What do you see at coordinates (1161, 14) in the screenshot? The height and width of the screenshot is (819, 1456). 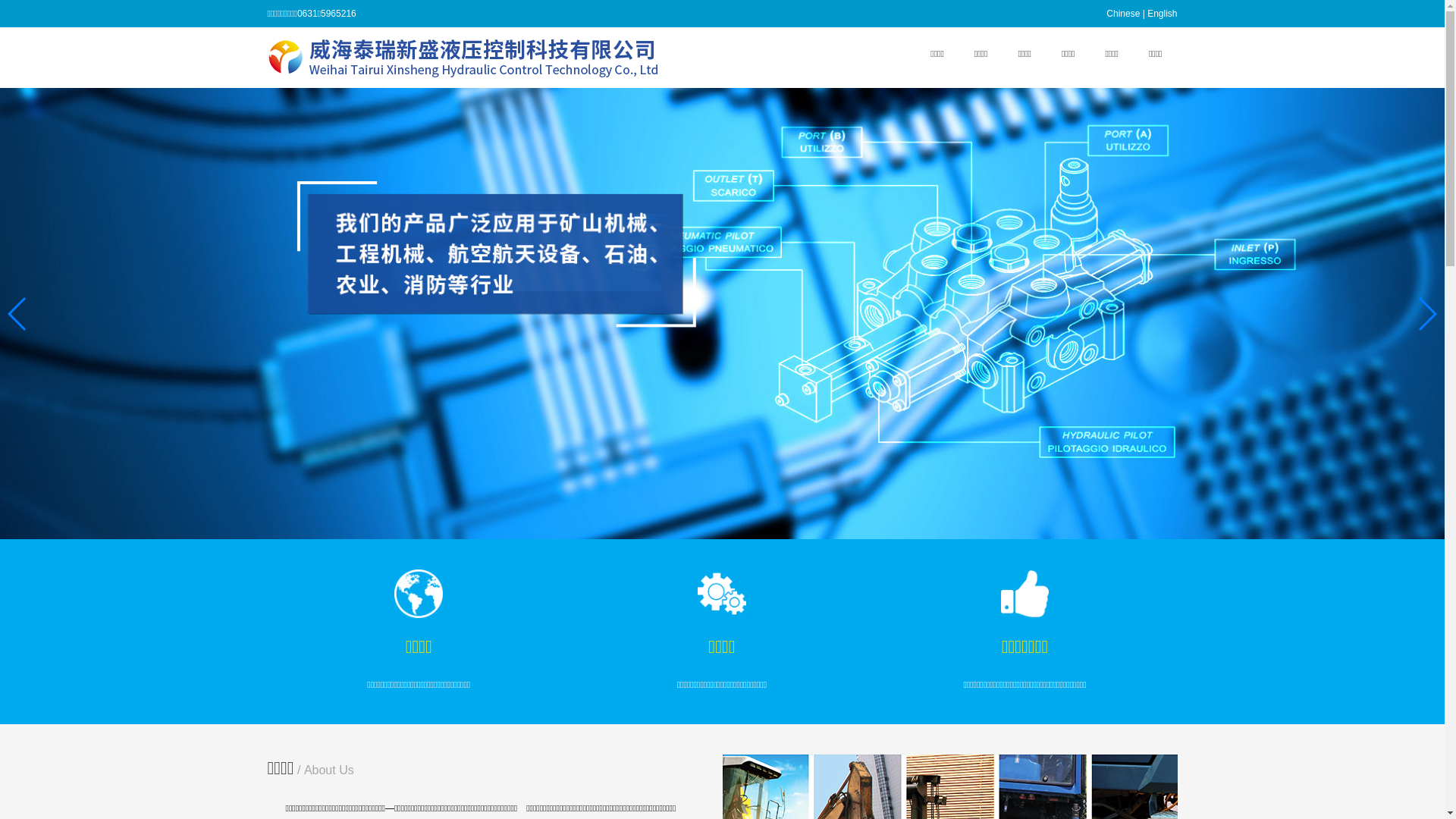 I see `'English'` at bounding box center [1161, 14].